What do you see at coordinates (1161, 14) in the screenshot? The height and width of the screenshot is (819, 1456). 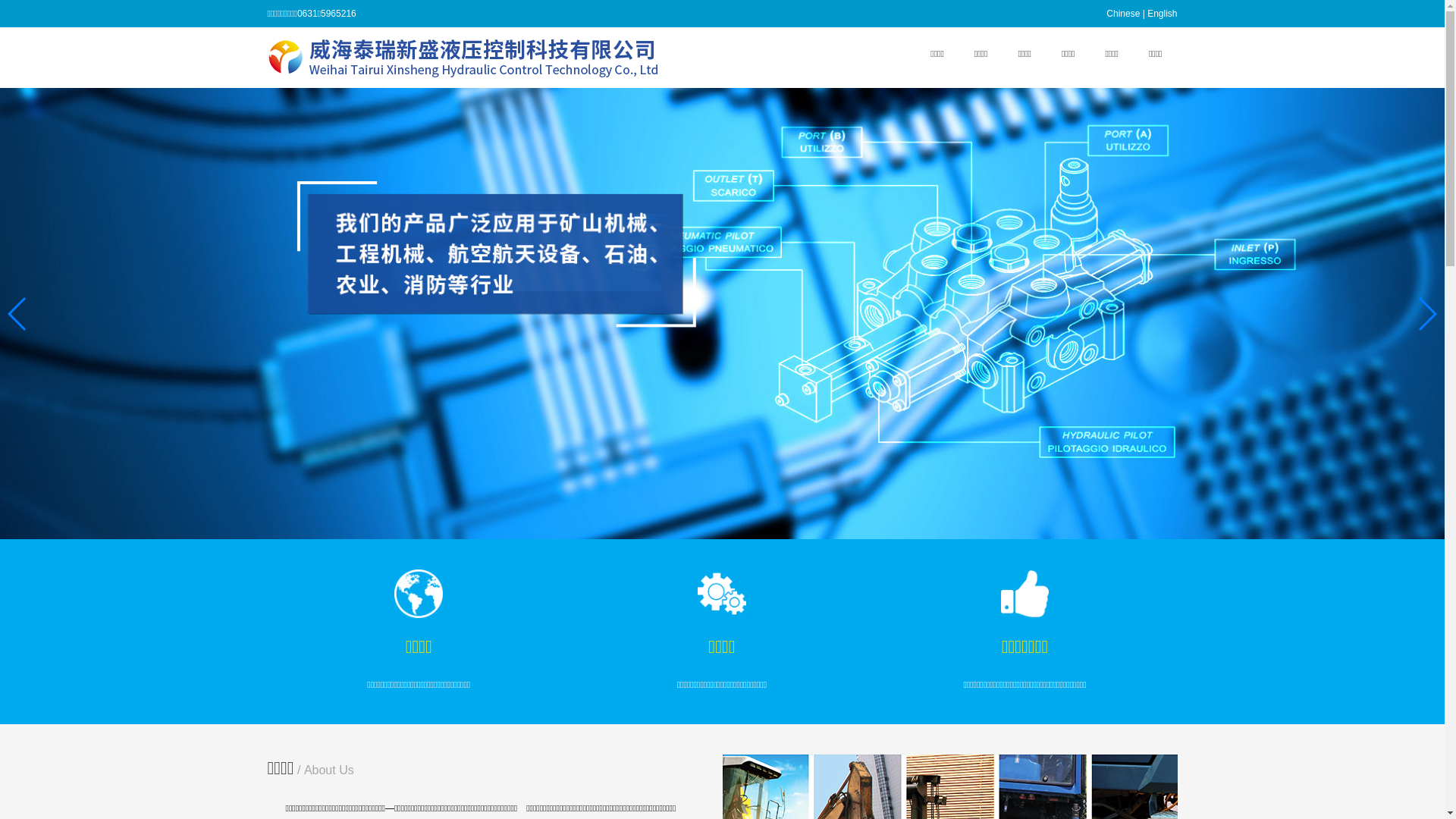 I see `'English'` at bounding box center [1161, 14].